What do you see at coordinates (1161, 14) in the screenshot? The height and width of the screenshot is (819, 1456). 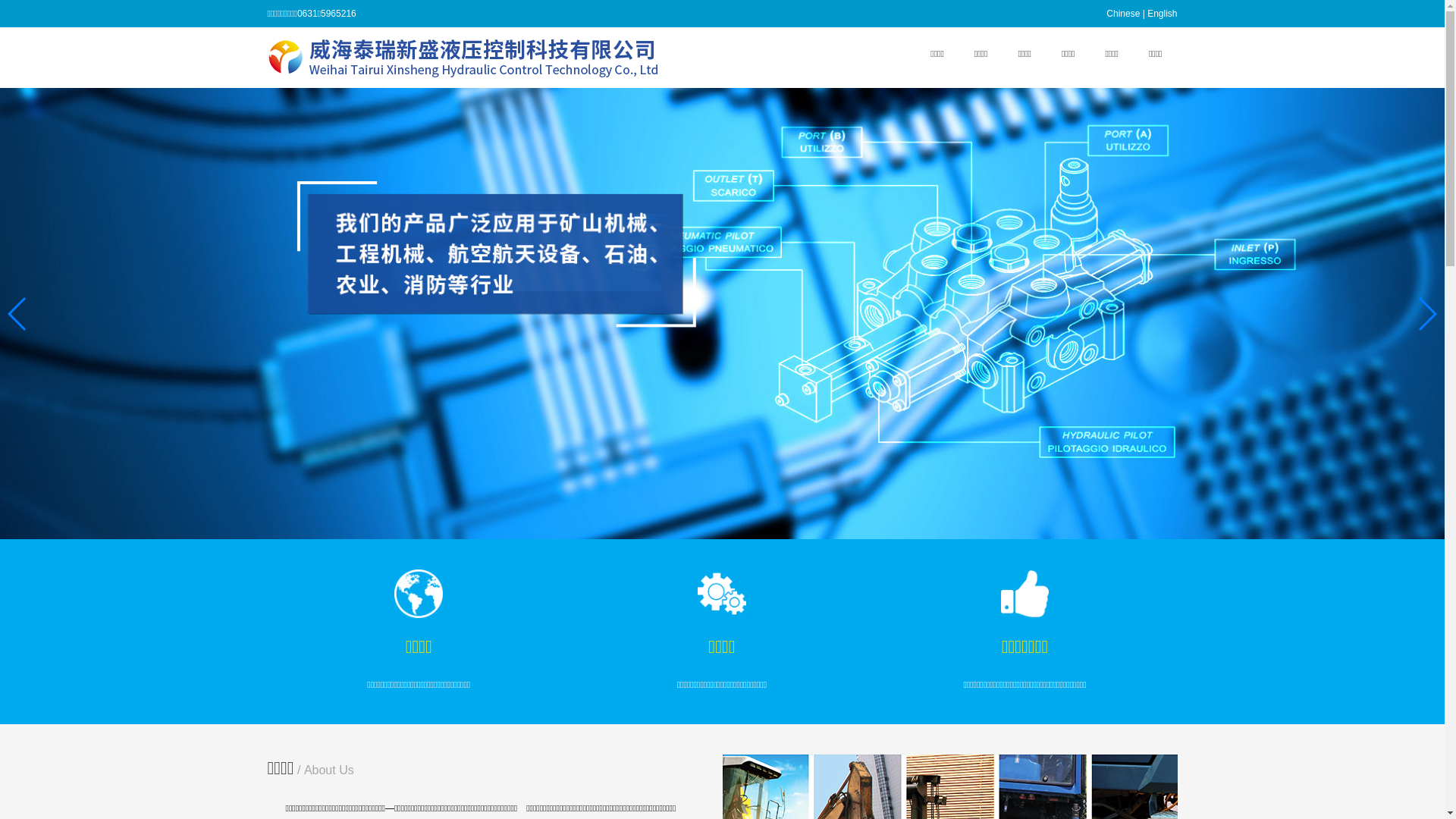 I see `'English'` at bounding box center [1161, 14].